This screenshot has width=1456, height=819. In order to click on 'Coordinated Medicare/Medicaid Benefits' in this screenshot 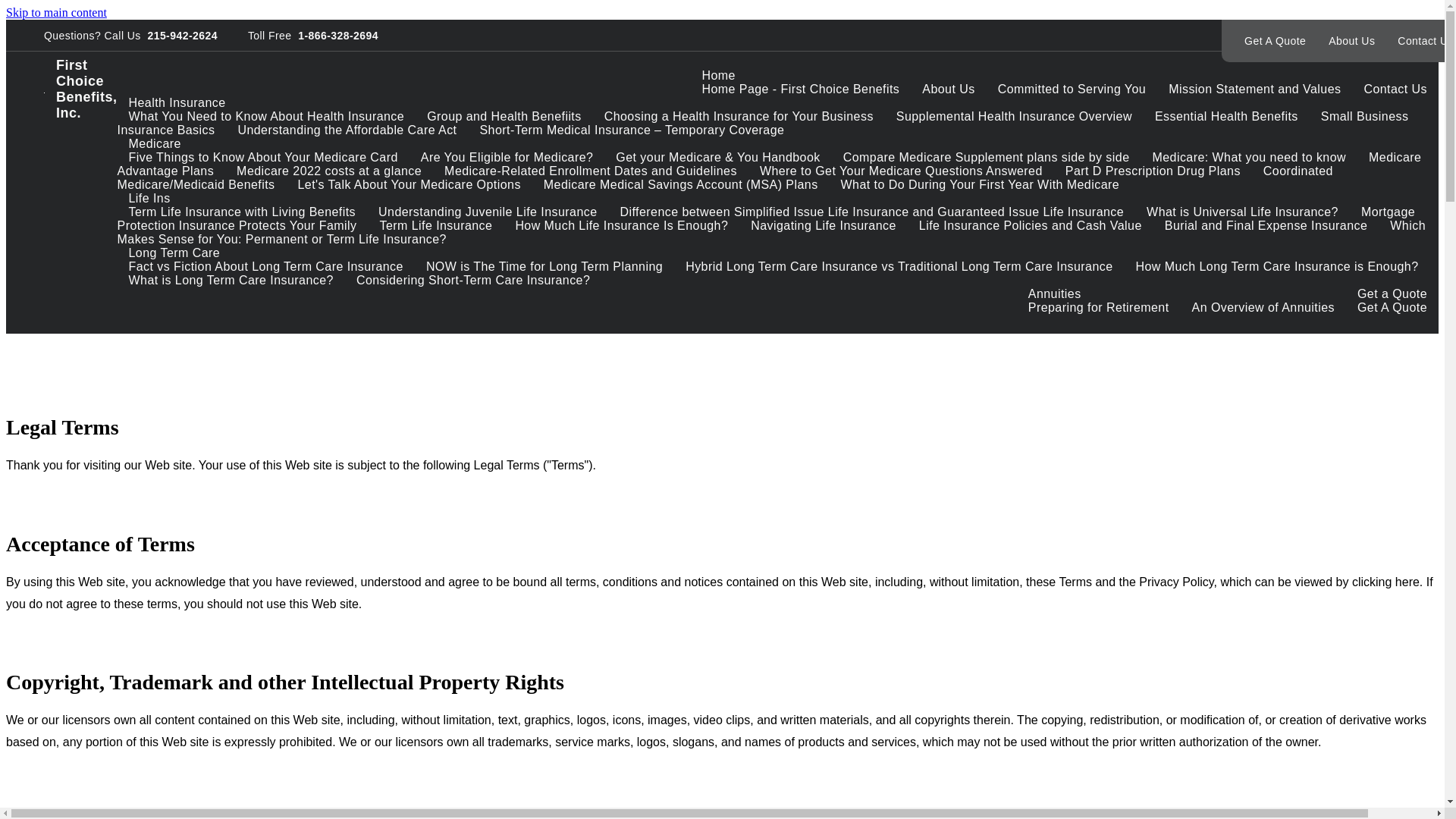, I will do `click(724, 177)`.